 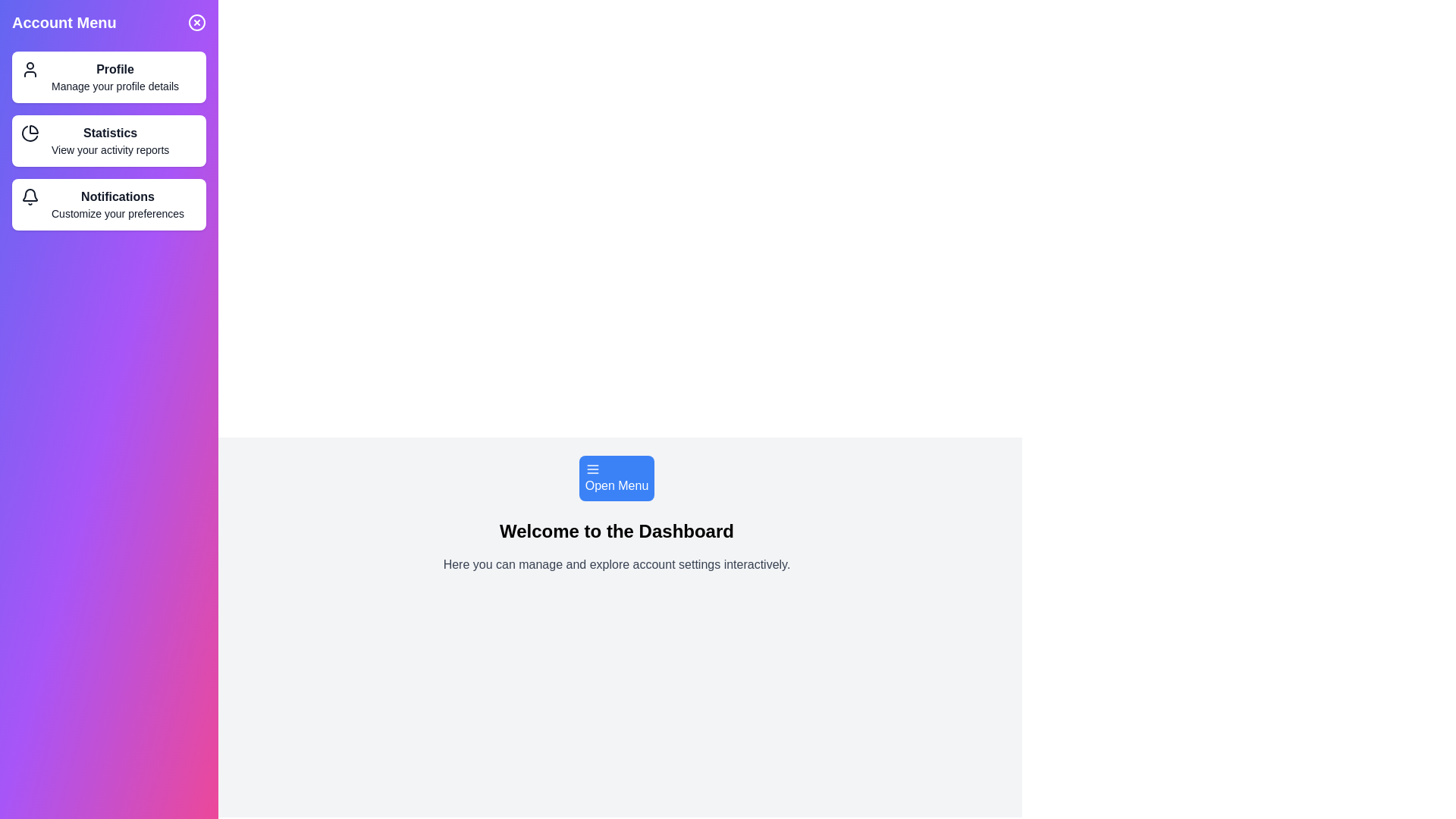 I want to click on the Profile option in the Account Menu, so click(x=108, y=77).